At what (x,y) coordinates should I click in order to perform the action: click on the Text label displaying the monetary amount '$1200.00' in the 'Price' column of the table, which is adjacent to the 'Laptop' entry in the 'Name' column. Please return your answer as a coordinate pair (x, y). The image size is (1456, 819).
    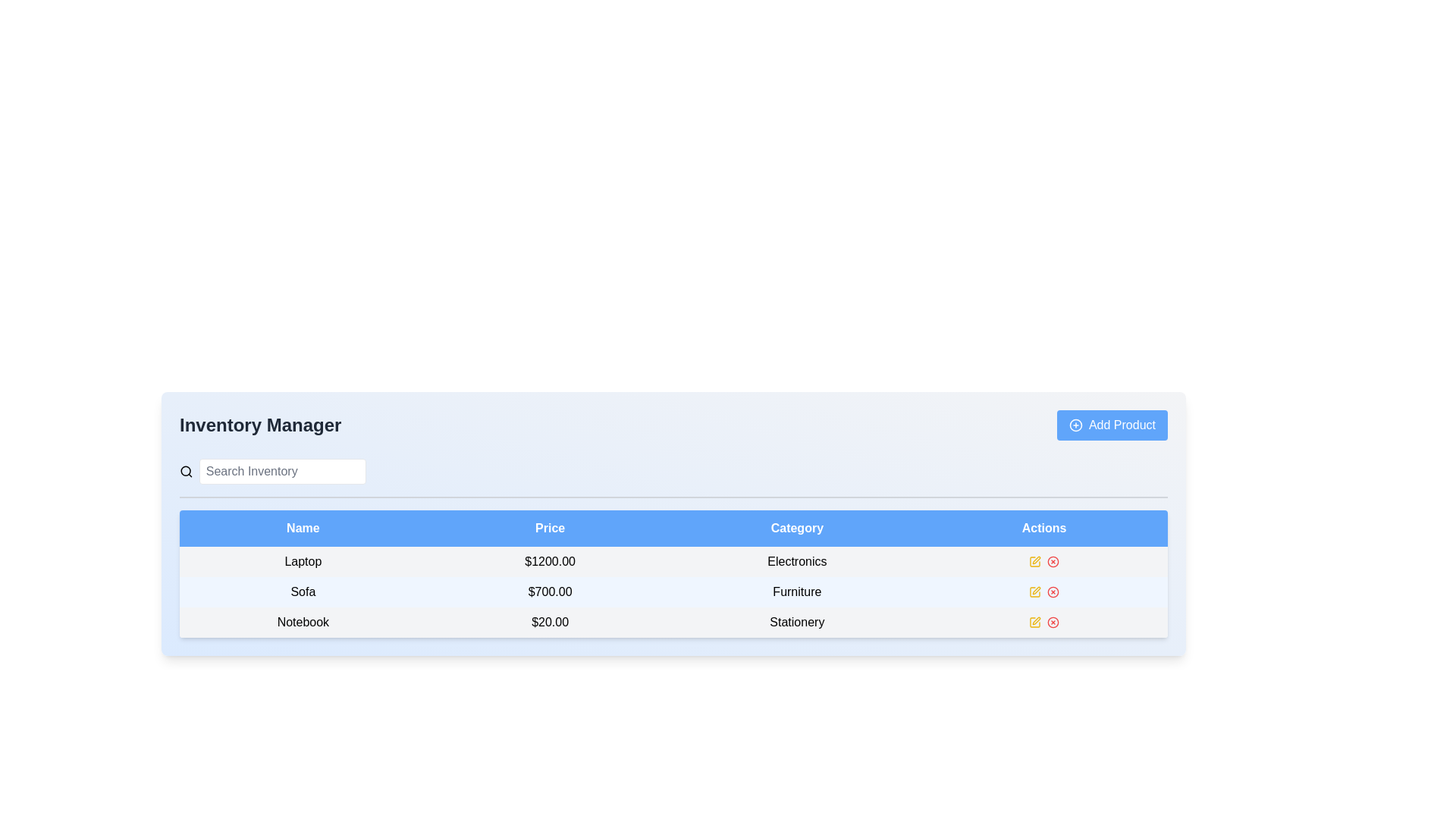
    Looking at the image, I should click on (549, 561).